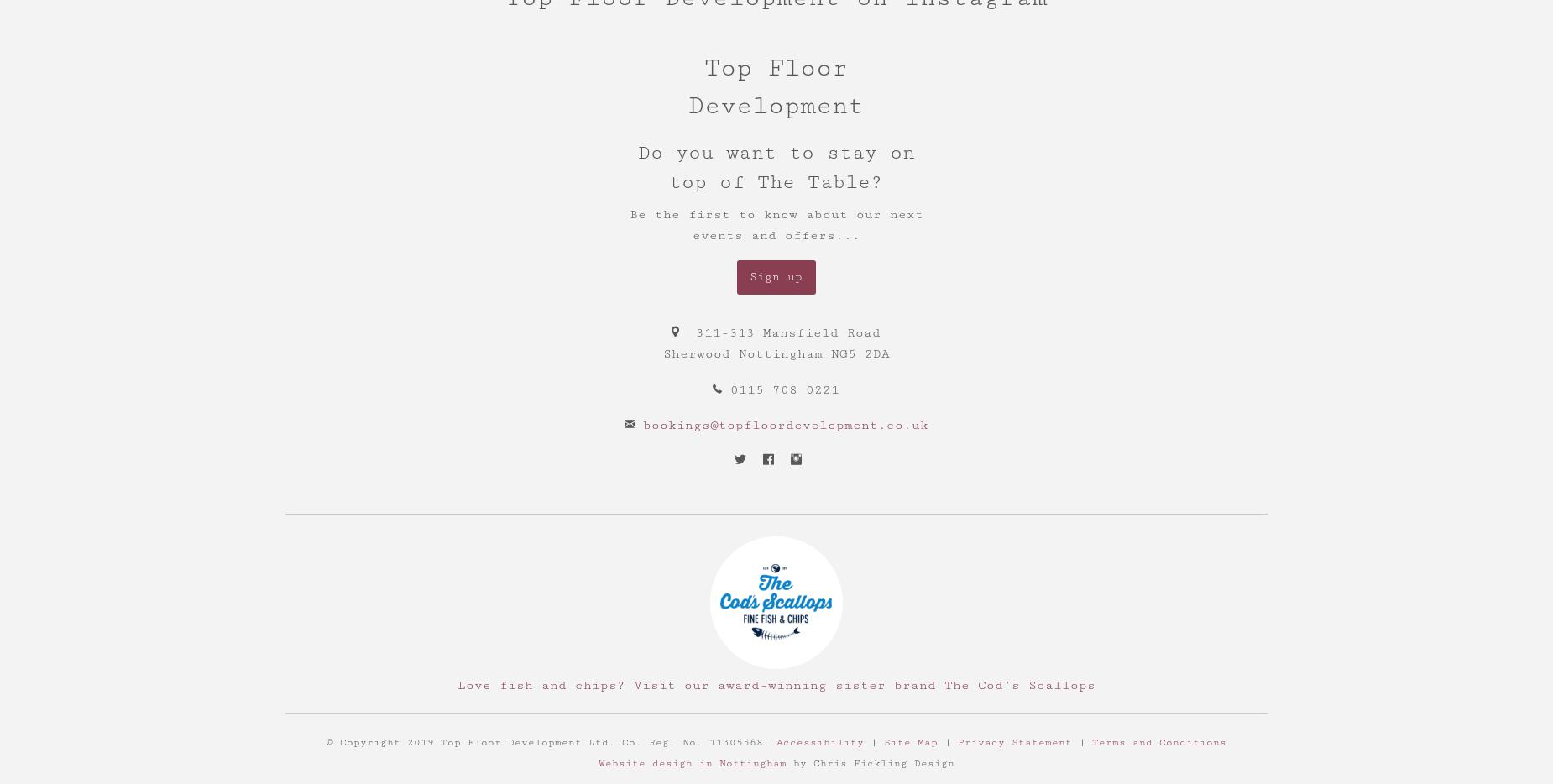 Image resolution: width=1553 pixels, height=784 pixels. Describe the element at coordinates (787, 331) in the screenshot. I see `'311-313 Mansfield Road'` at that location.